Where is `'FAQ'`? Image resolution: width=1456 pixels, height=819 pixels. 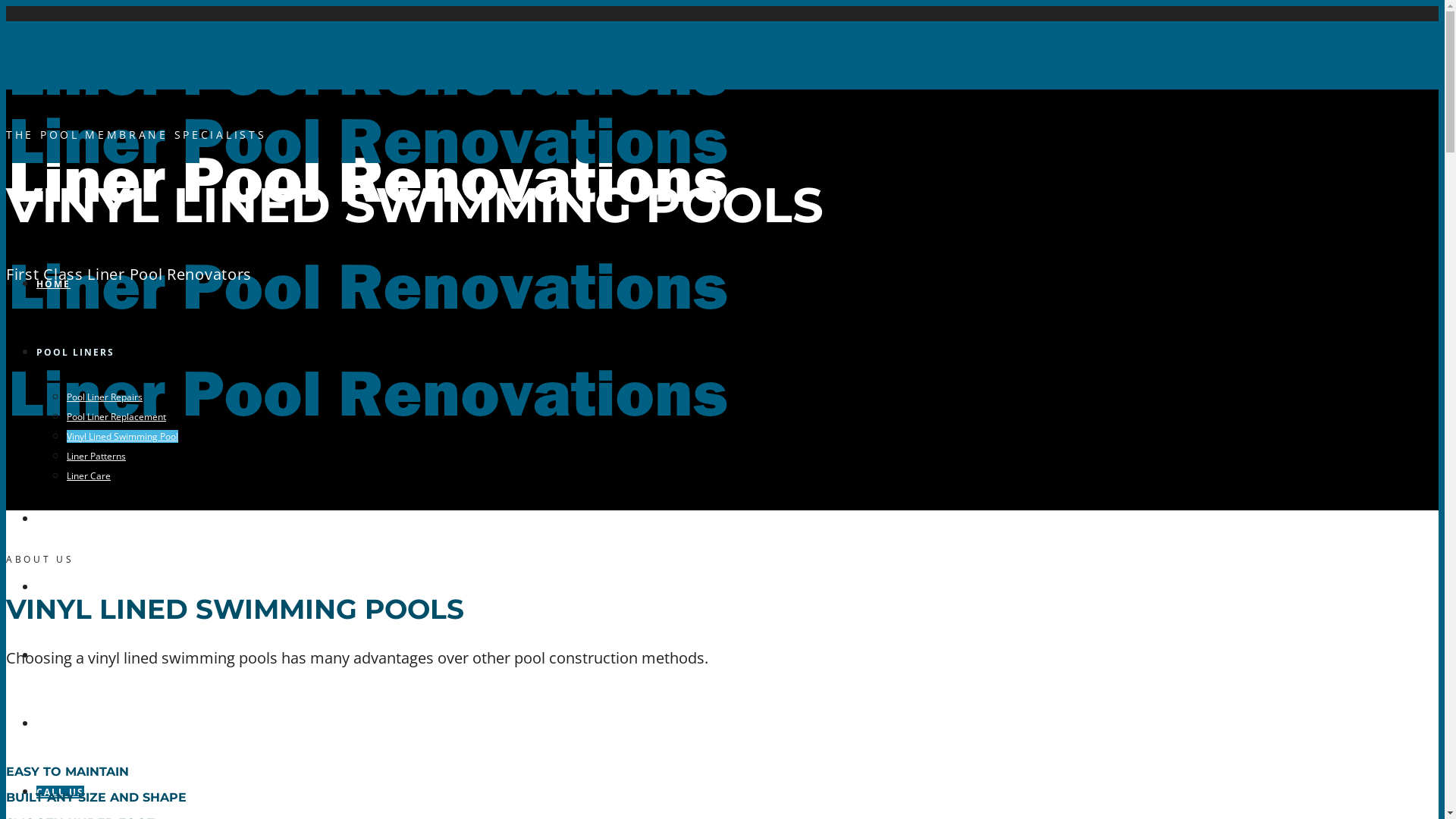
'FAQ' is located at coordinates (48, 586).